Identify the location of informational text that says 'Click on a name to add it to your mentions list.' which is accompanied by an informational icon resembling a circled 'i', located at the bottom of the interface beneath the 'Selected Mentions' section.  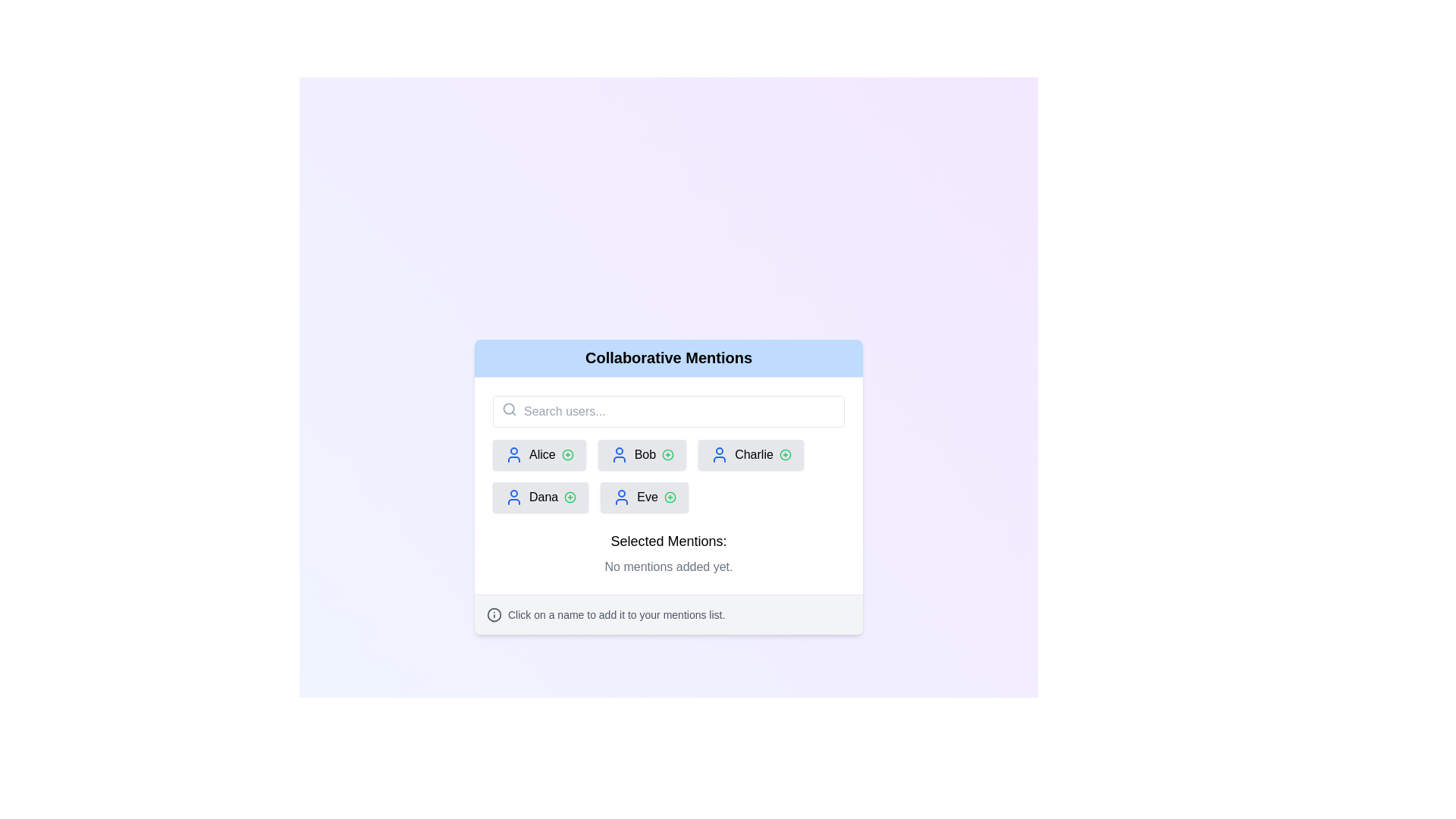
(668, 614).